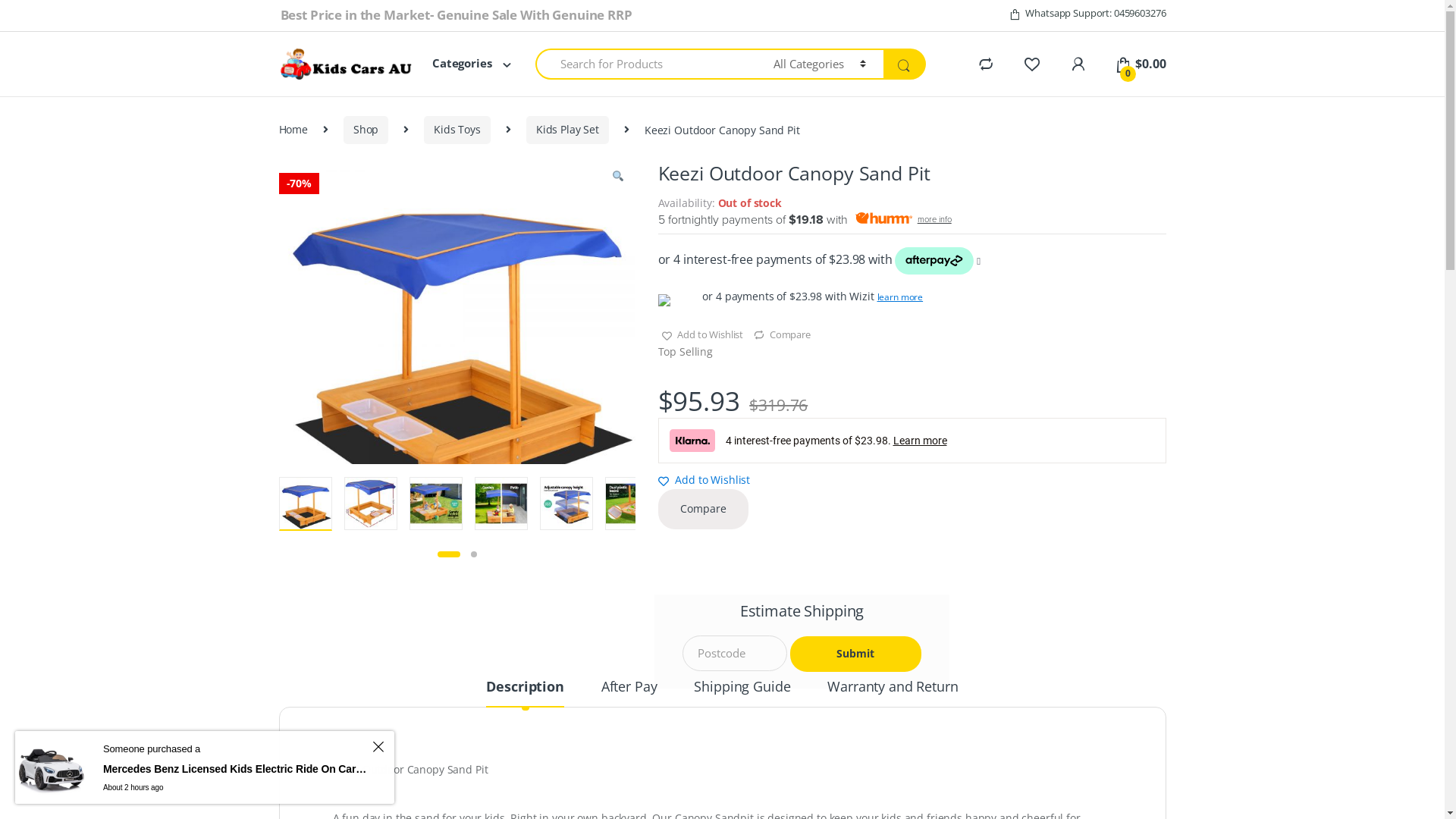  What do you see at coordinates (899, 297) in the screenshot?
I see `'learn more'` at bounding box center [899, 297].